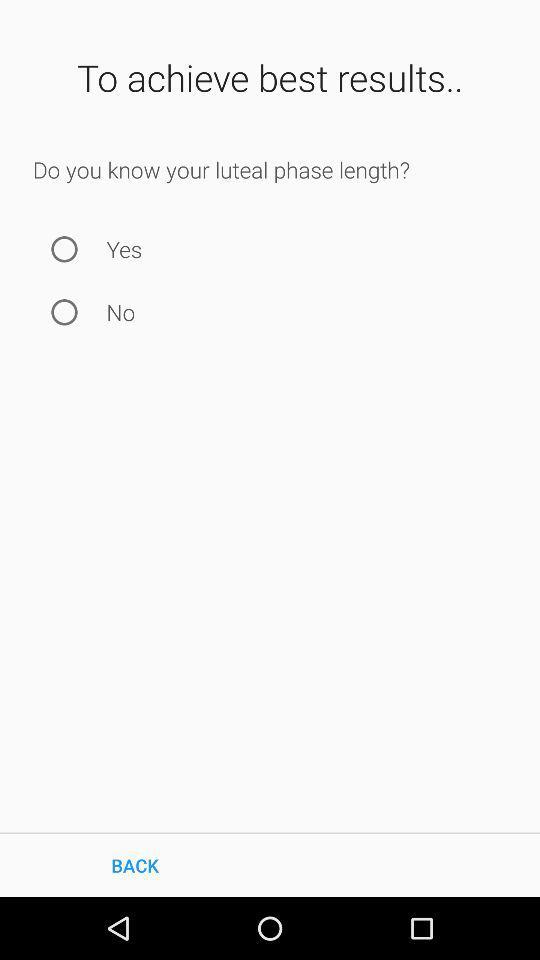 The width and height of the screenshot is (540, 960). I want to click on option, so click(64, 312).